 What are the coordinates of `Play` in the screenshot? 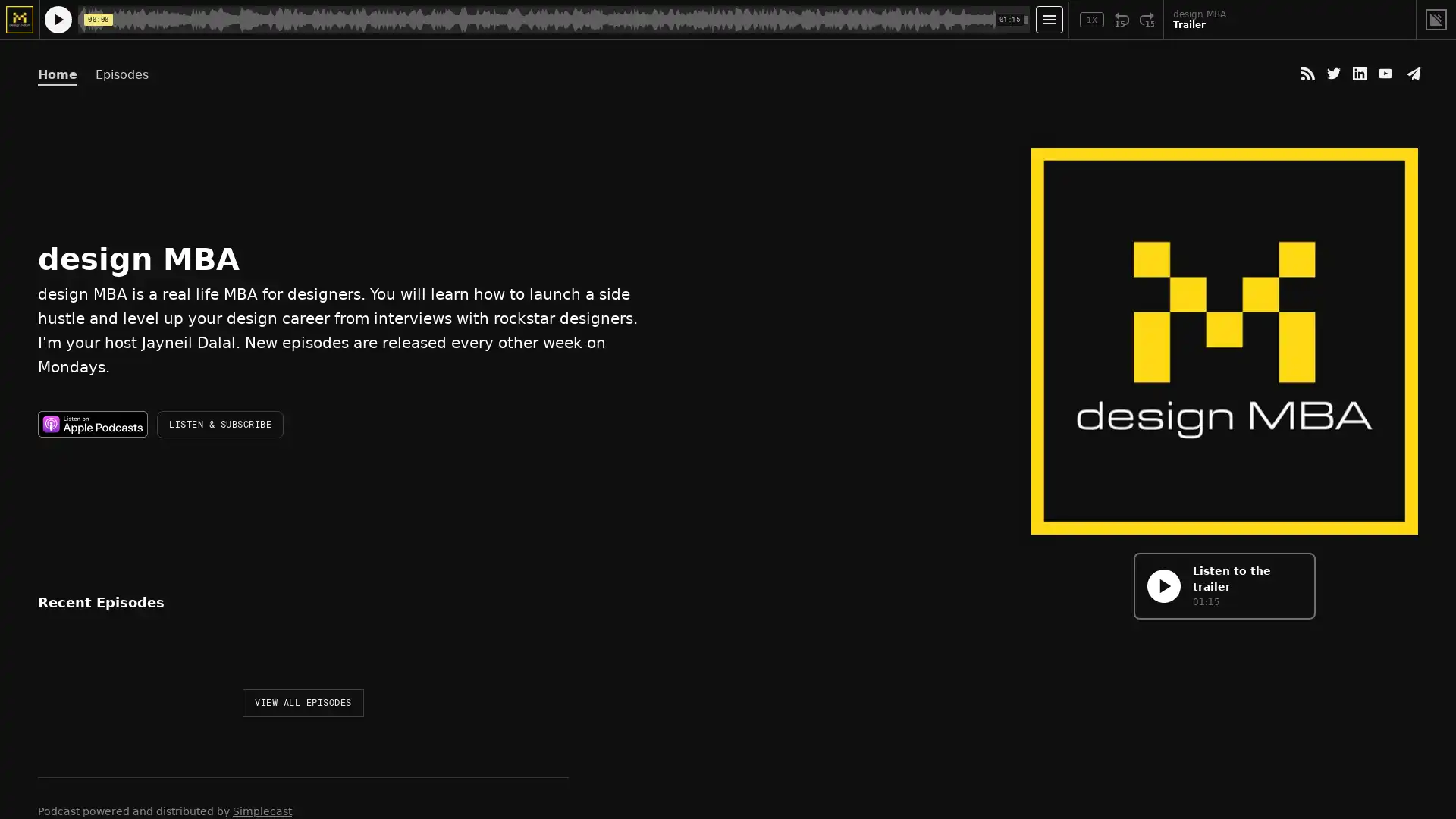 It's located at (58, 20).